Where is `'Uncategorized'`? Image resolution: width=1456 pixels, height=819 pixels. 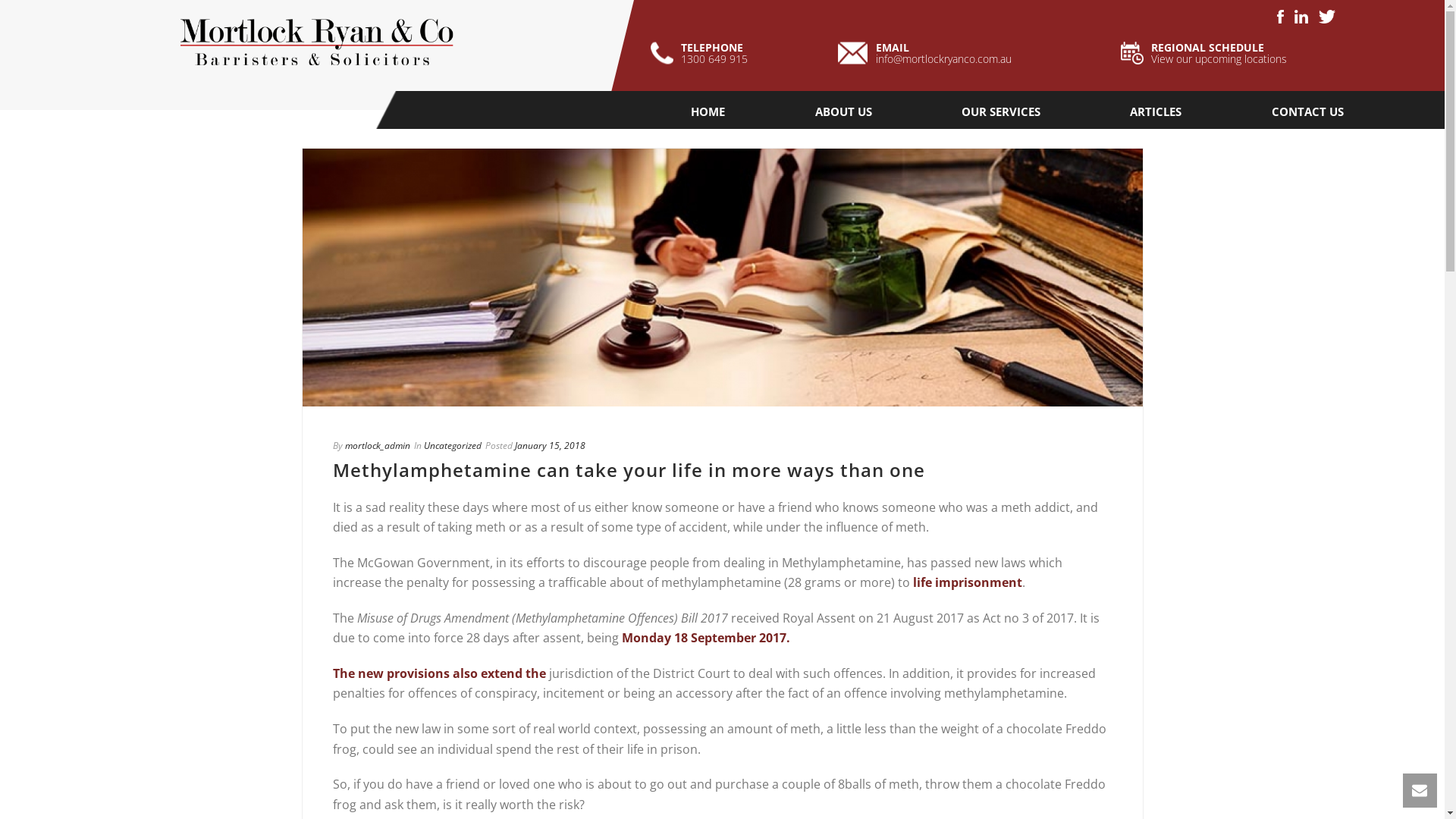 'Uncategorized' is located at coordinates (450, 444).